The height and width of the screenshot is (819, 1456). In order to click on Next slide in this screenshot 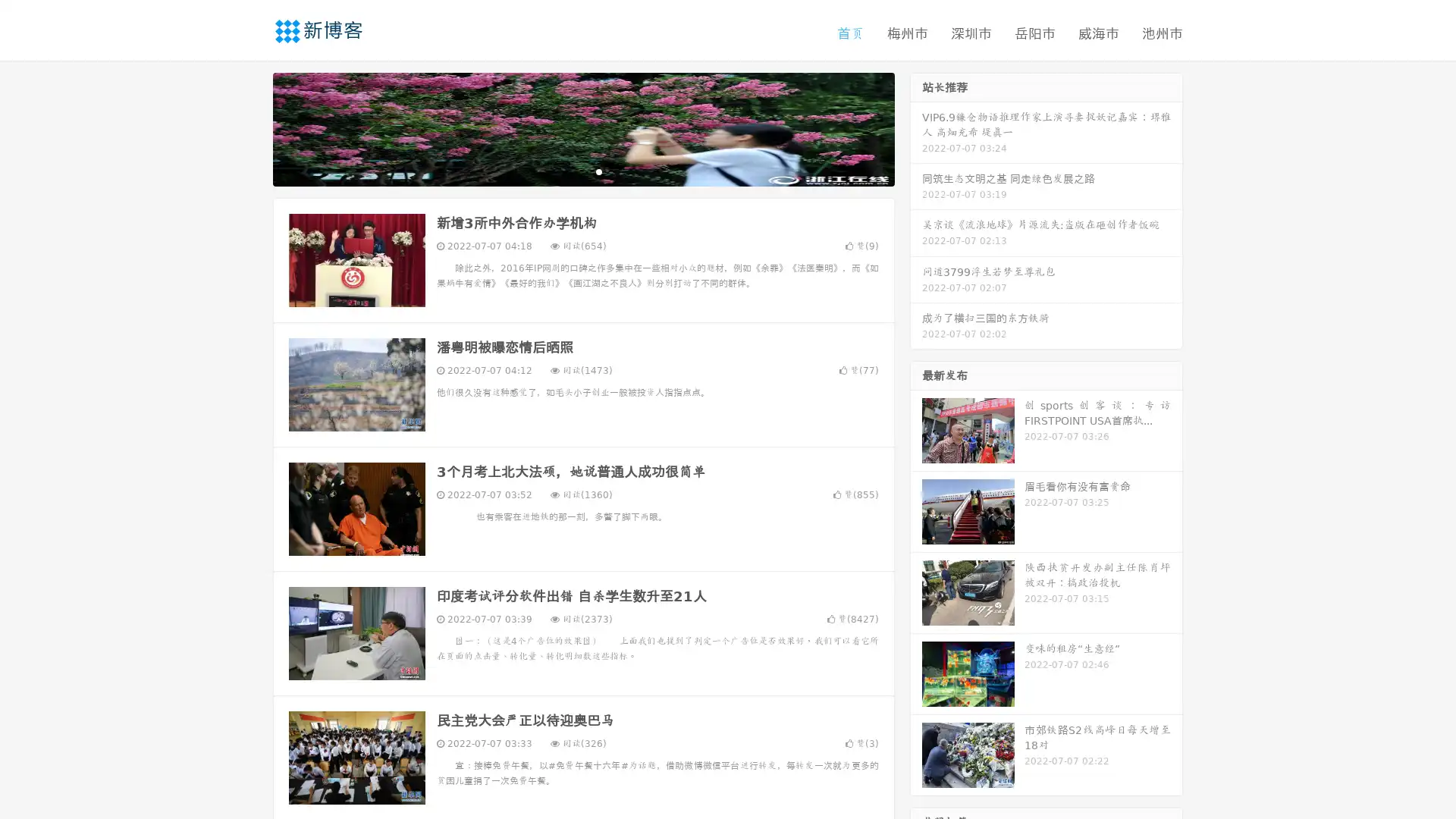, I will do `click(916, 127)`.